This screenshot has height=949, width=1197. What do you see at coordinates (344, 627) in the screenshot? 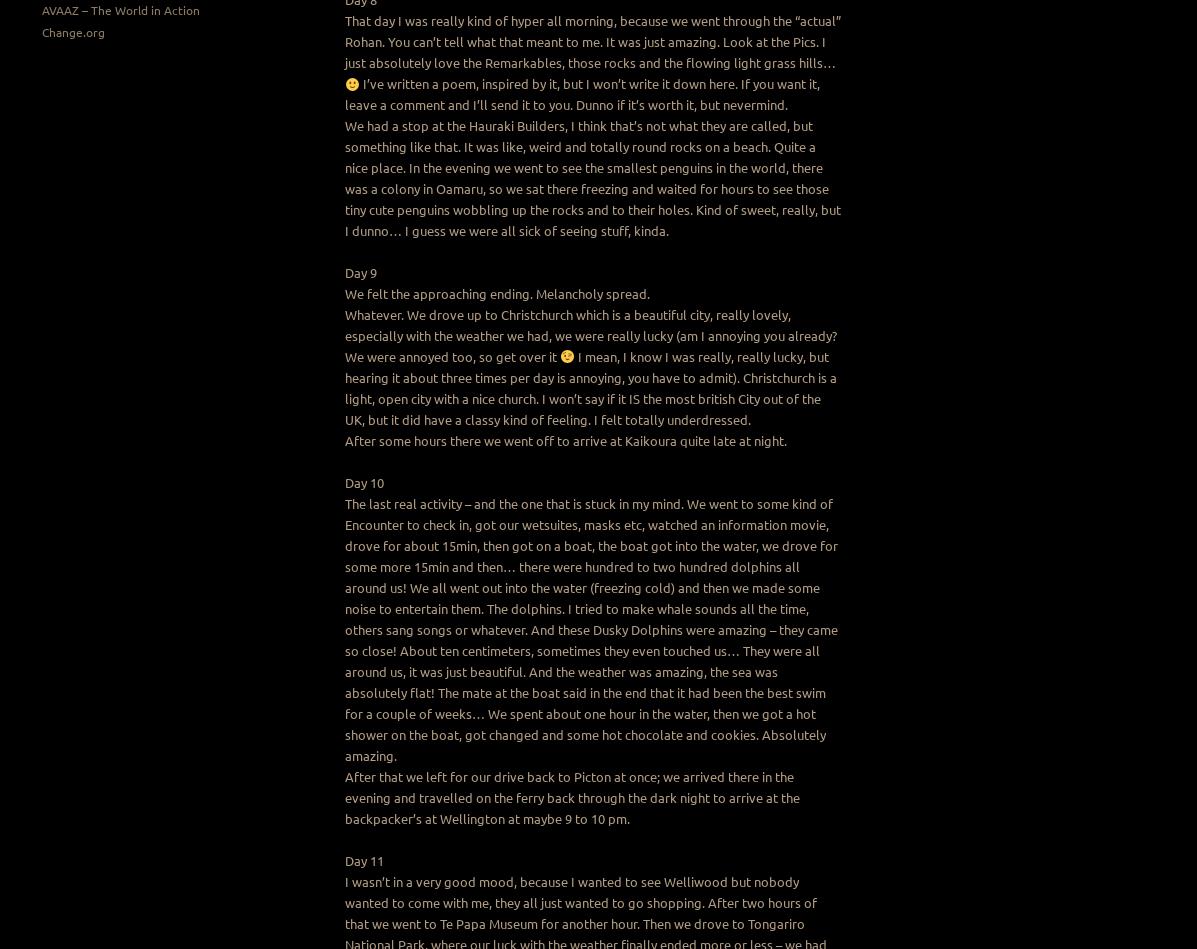
I see `'The last real activity – and the one that is stuck in my mind. We went to some kind of Encounter to check in, got our wetsuites, masks etc, watched an information movie, drove for about 15min, then got on a boat, the boat got into the water, we drove for some more 15min and then… there were hundred to two hundred dolphins all around us! We all went out into the water (freezing cold) and then we made some noise to entertain them. The dolphins. I tried to make whale sounds all the time, others sang songs or whatever. And these Dusky Dolphins were amazing – they came so close! About ten centimeters, sometimes they even touched us… They were all around us, it was just beautiful. And the weather was amazing, the sea was absolutely flat! The mate at the boat said in the end that it had been the best swim for a couple of weeks… We spent about one hour in the water, then we got a hot shower on the boat, got changed and some hot chocolate and cookies. Absolutely amazing.'` at bounding box center [344, 627].